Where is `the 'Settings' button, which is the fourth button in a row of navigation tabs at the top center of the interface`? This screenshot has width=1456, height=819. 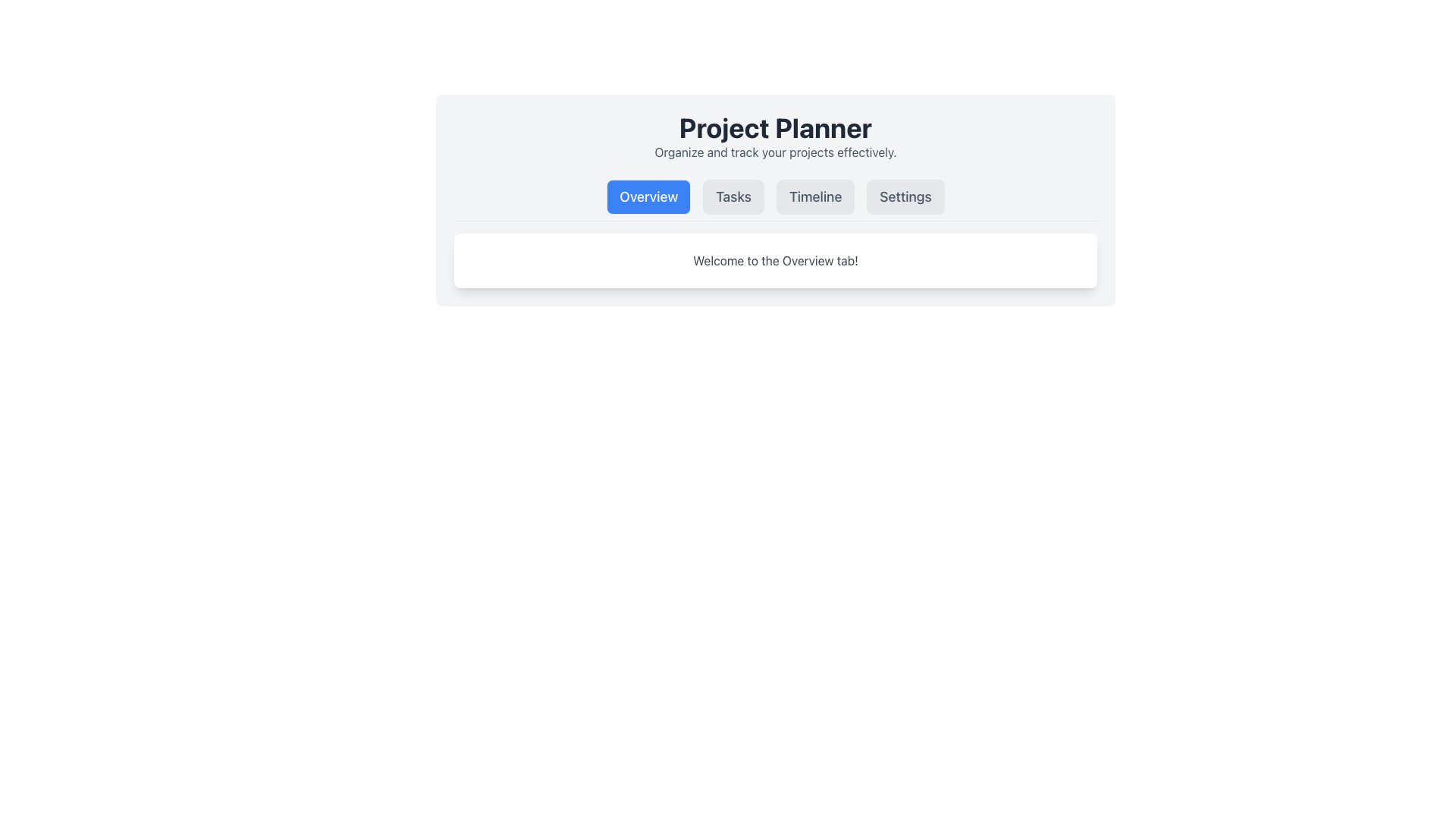 the 'Settings' button, which is the fourth button in a row of navigation tabs at the top center of the interface is located at coordinates (905, 196).